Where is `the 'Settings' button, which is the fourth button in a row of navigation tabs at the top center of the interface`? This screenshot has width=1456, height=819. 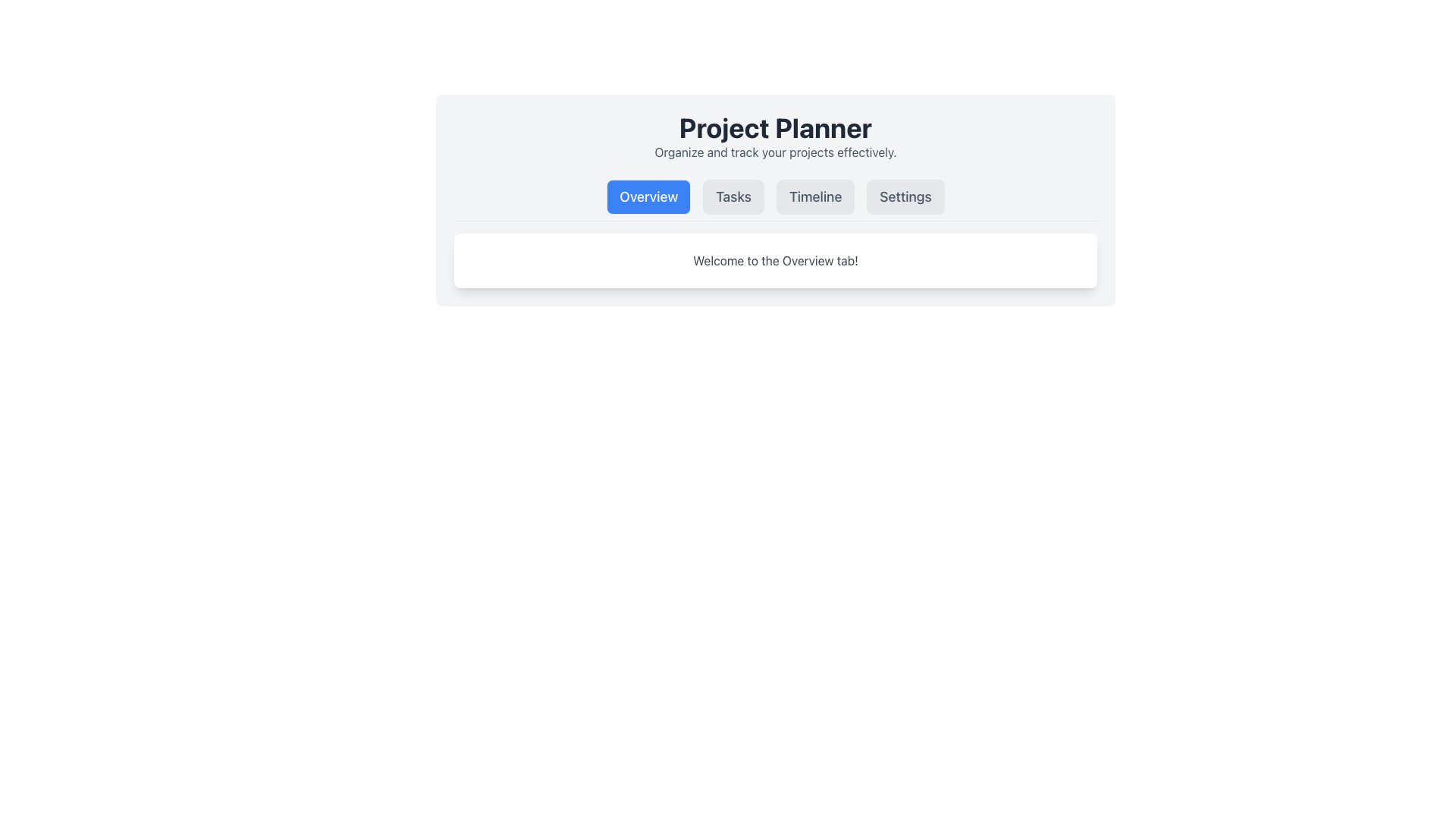 the 'Settings' button, which is the fourth button in a row of navigation tabs at the top center of the interface is located at coordinates (905, 196).